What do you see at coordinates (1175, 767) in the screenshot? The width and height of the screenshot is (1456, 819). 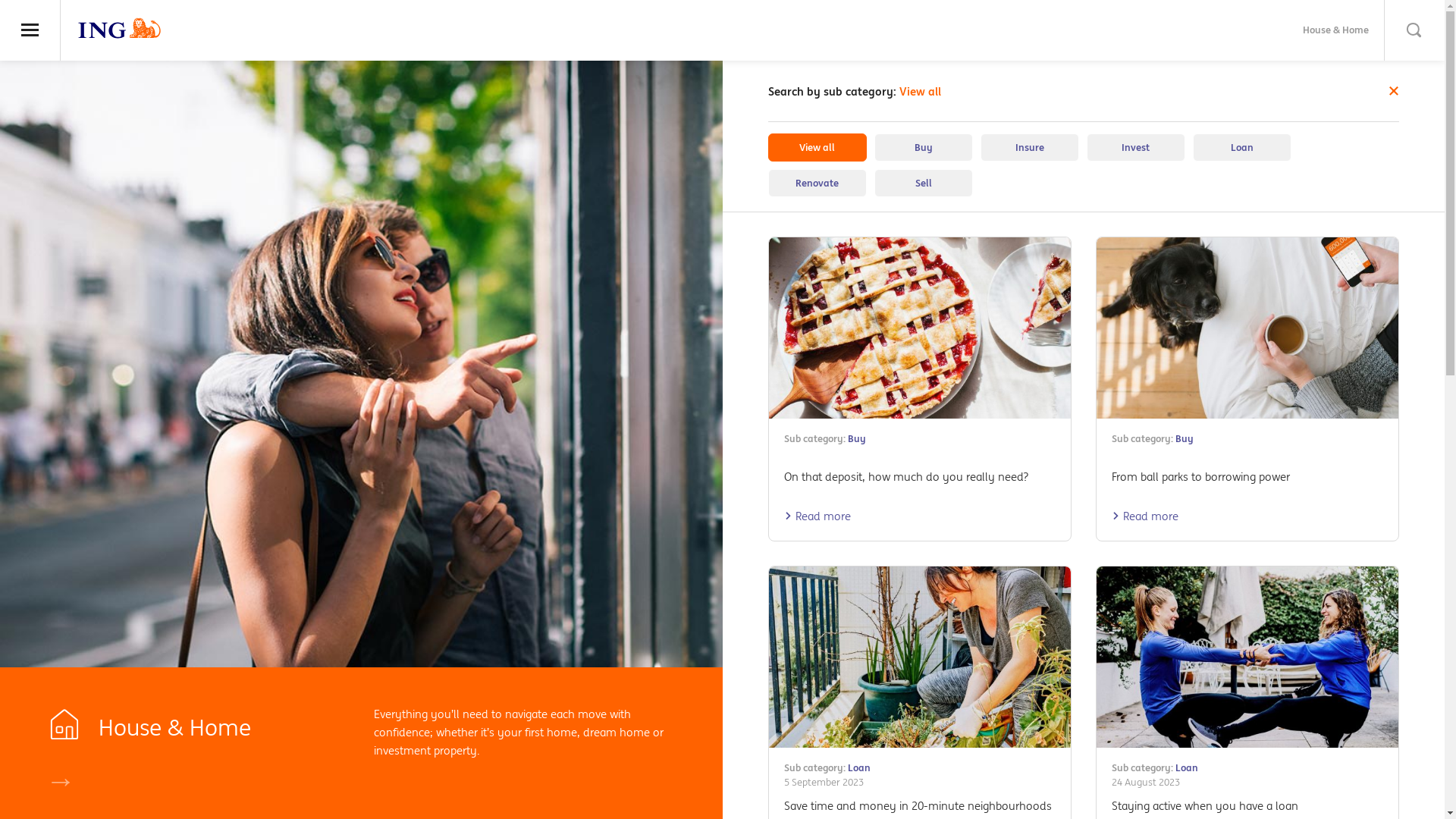 I see `'Loan'` at bounding box center [1175, 767].